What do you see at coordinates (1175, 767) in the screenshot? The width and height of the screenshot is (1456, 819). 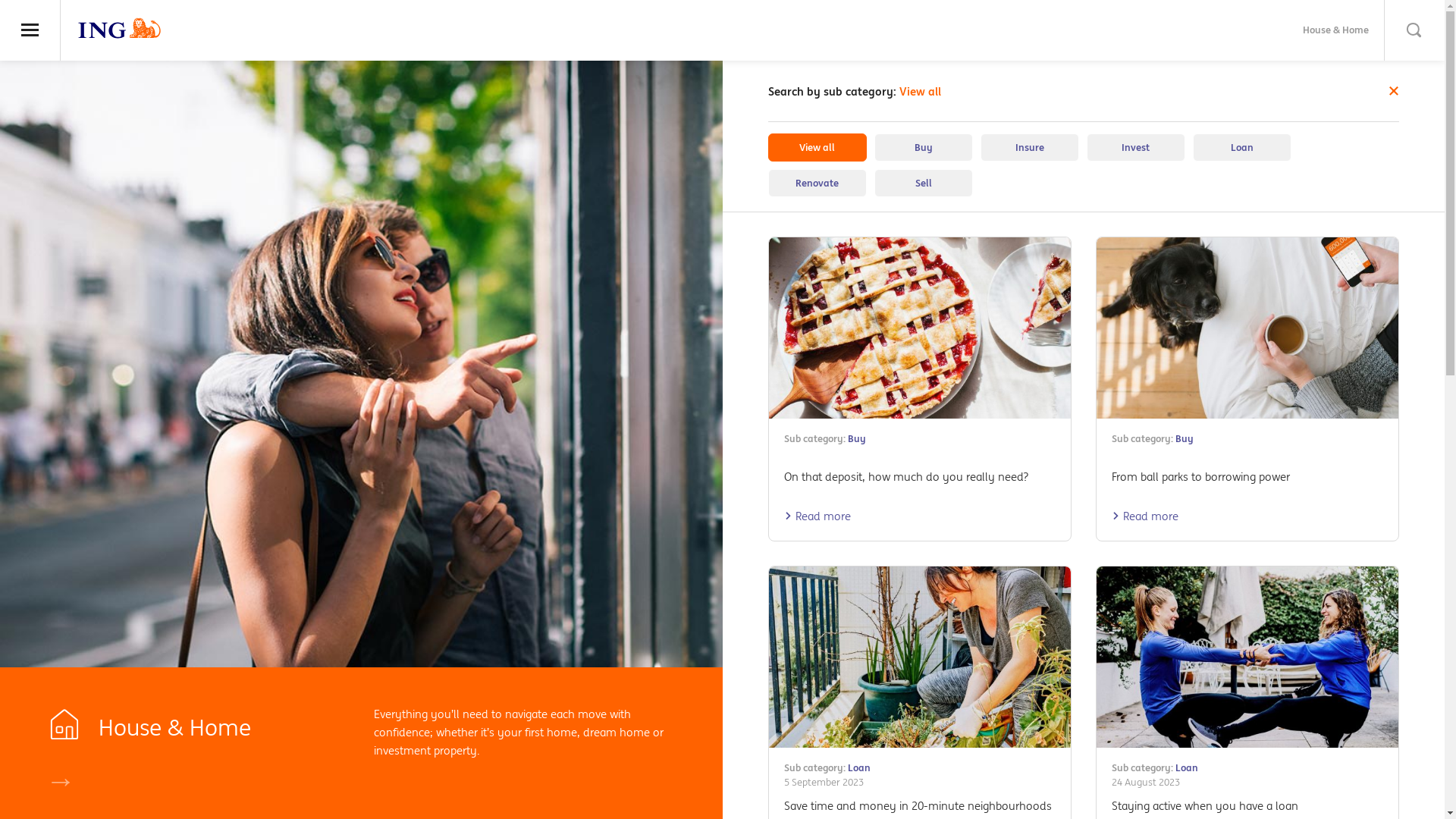 I see `'Loan'` at bounding box center [1175, 767].